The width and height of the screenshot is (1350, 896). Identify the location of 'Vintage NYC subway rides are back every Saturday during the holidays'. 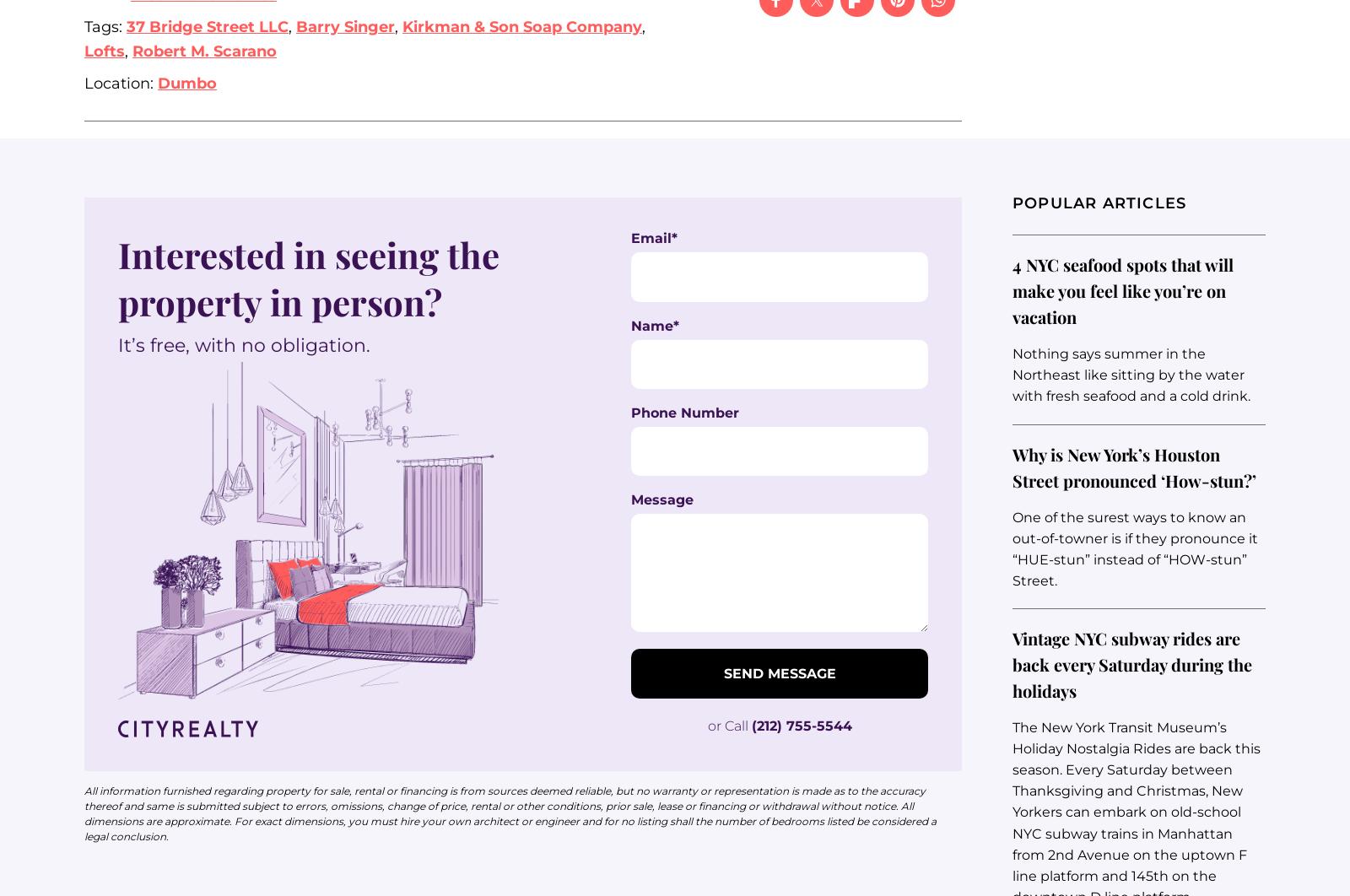
(1131, 663).